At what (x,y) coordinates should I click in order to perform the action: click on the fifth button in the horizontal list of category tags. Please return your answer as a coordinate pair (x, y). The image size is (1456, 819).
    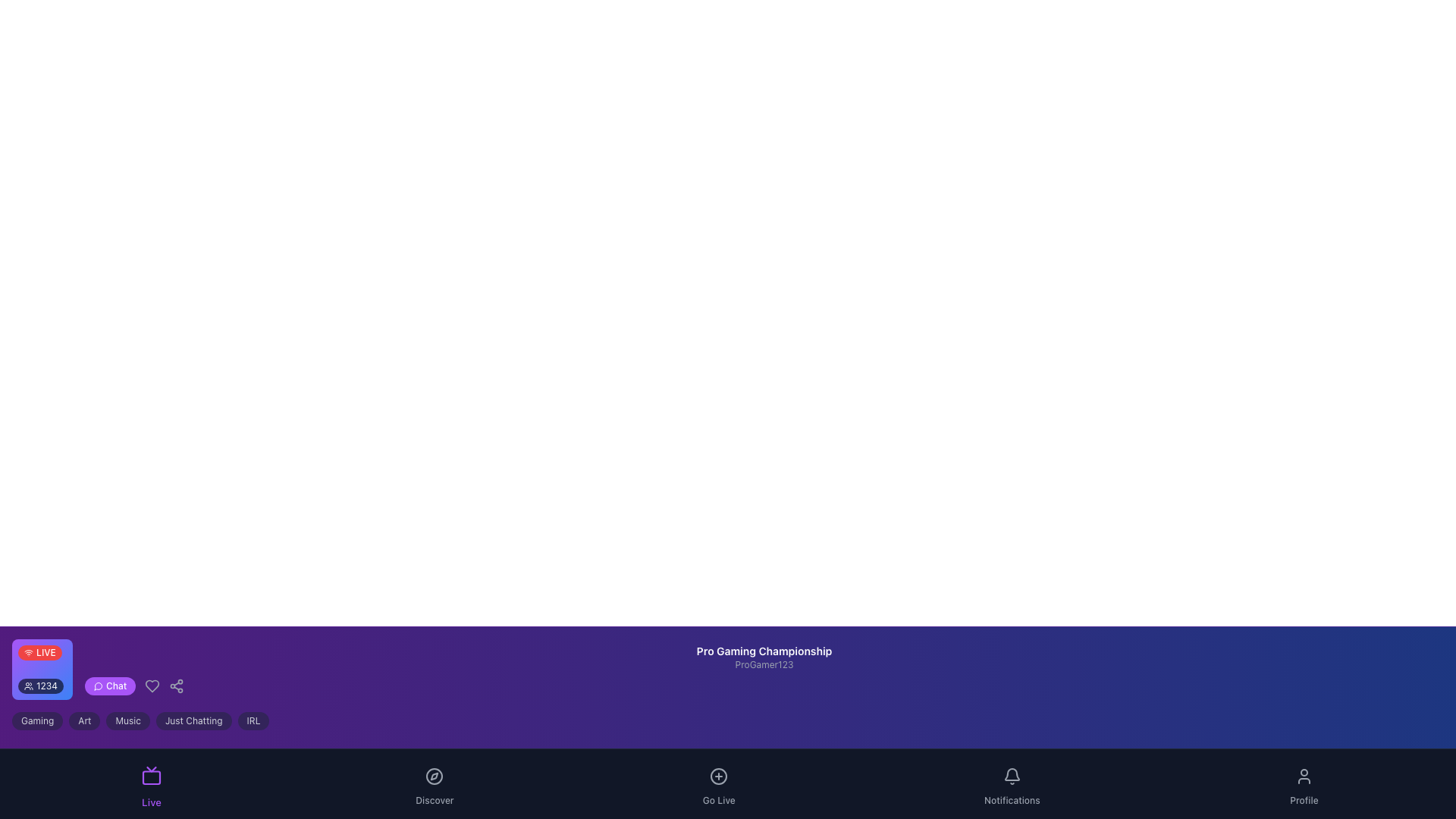
    Looking at the image, I should click on (253, 720).